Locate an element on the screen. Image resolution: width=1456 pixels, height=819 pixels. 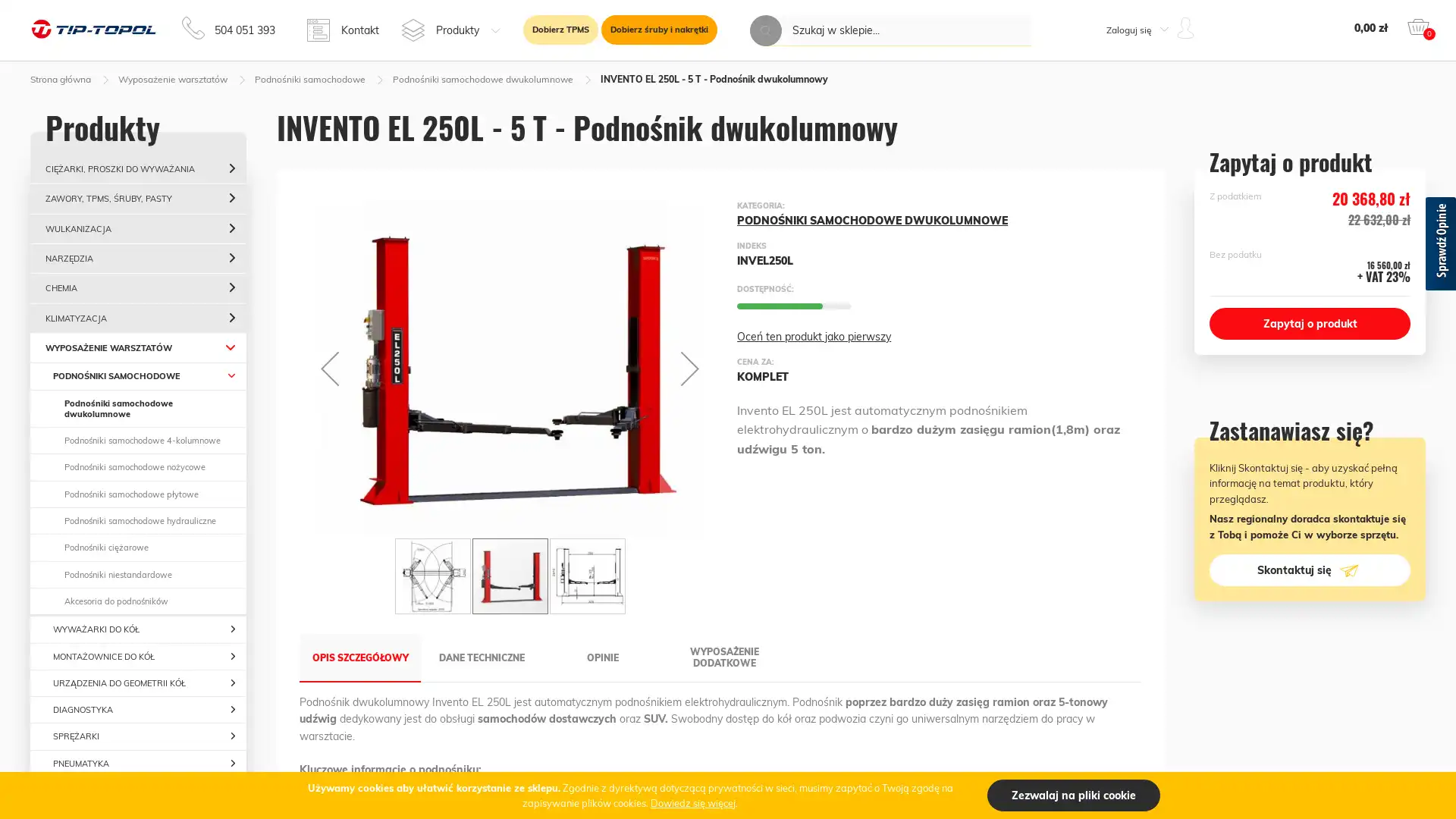
Next is located at coordinates (708, 576).